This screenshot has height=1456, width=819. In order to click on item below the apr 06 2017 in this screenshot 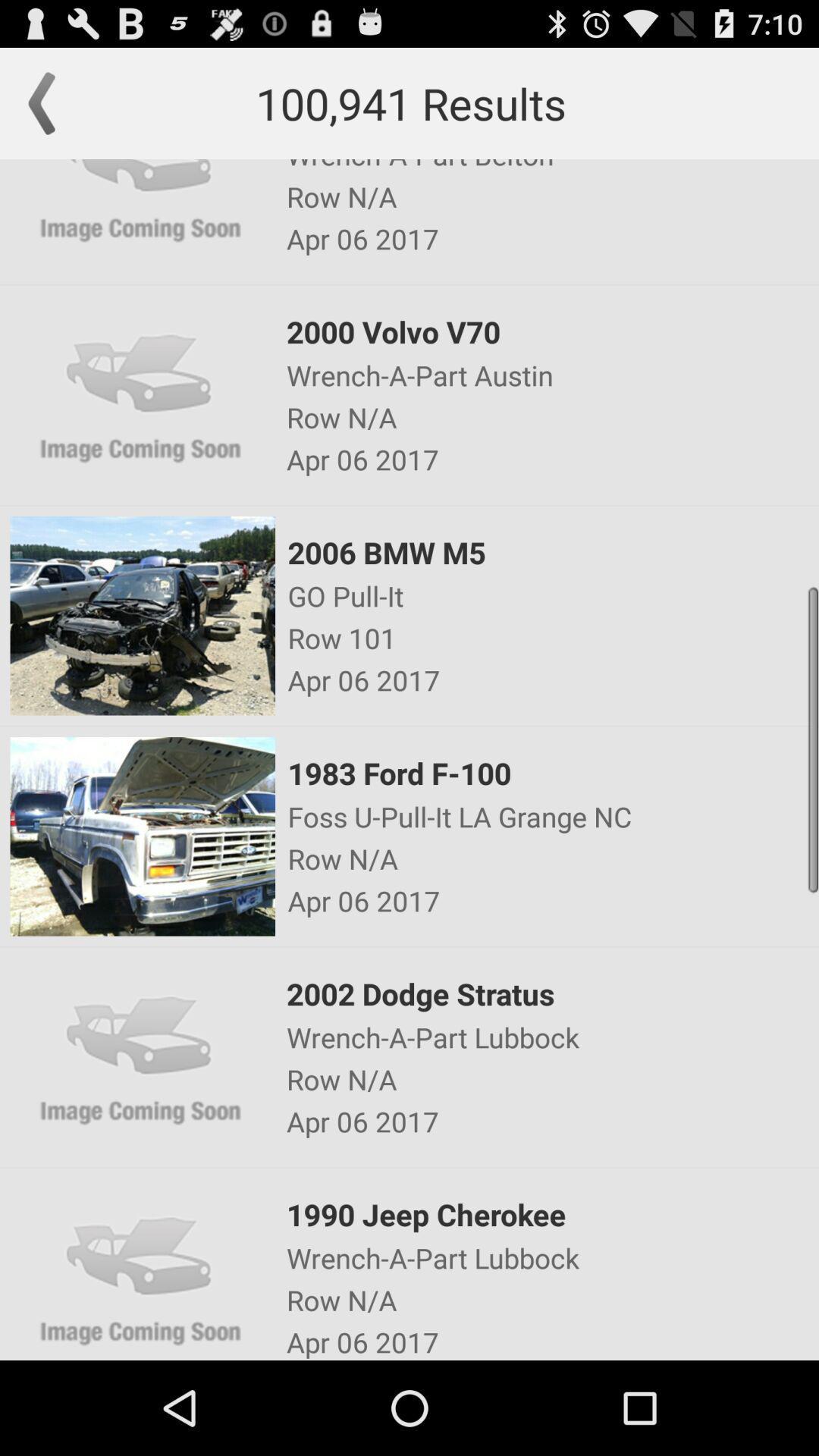, I will do `click(551, 331)`.